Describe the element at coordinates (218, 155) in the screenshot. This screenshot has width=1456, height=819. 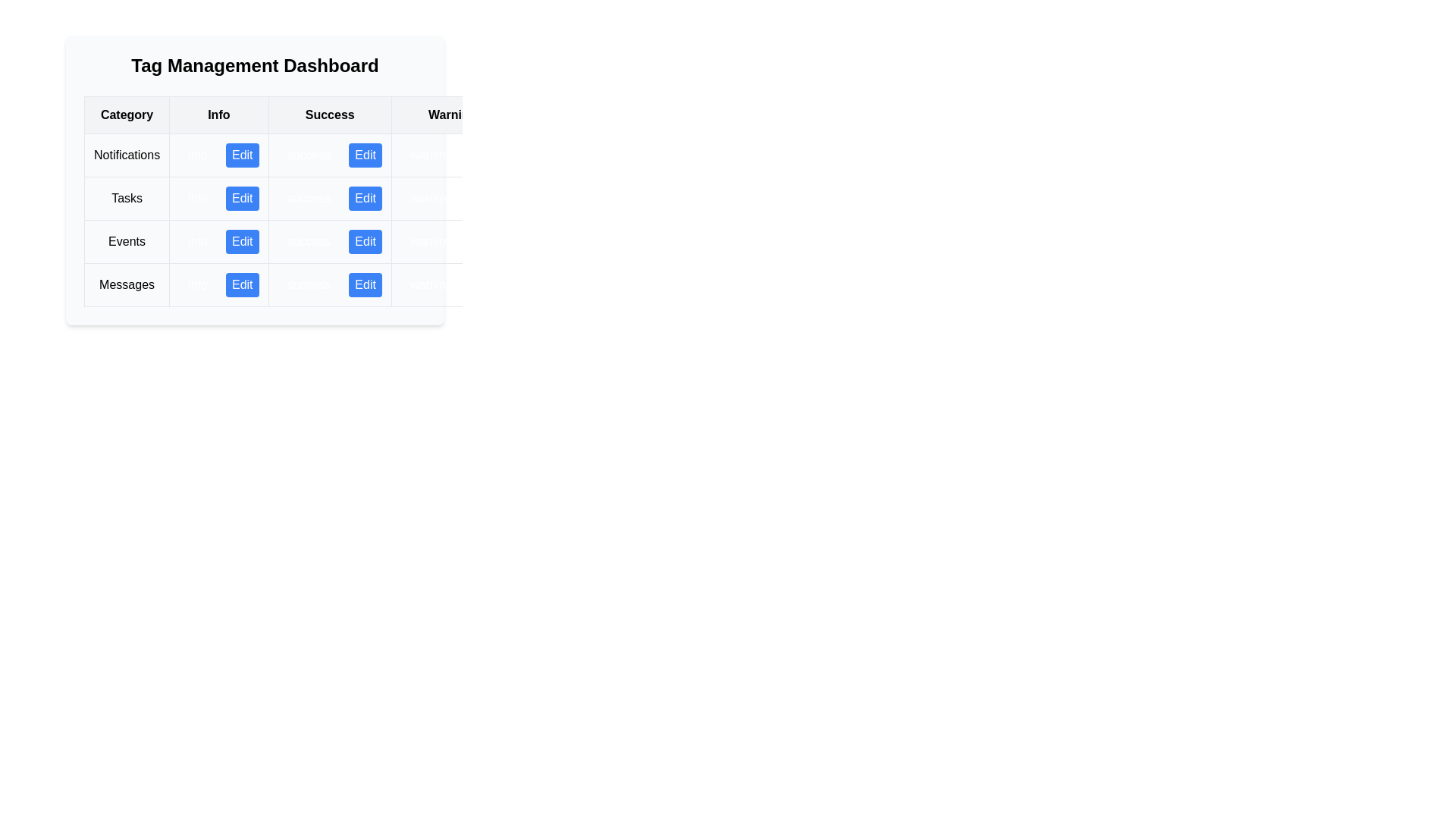
I see `the 'Edit' button in the 'Tag Management Dashboard' interface, which is visually represented as a button with a blue background and white text, located next to the 'info' label` at that location.